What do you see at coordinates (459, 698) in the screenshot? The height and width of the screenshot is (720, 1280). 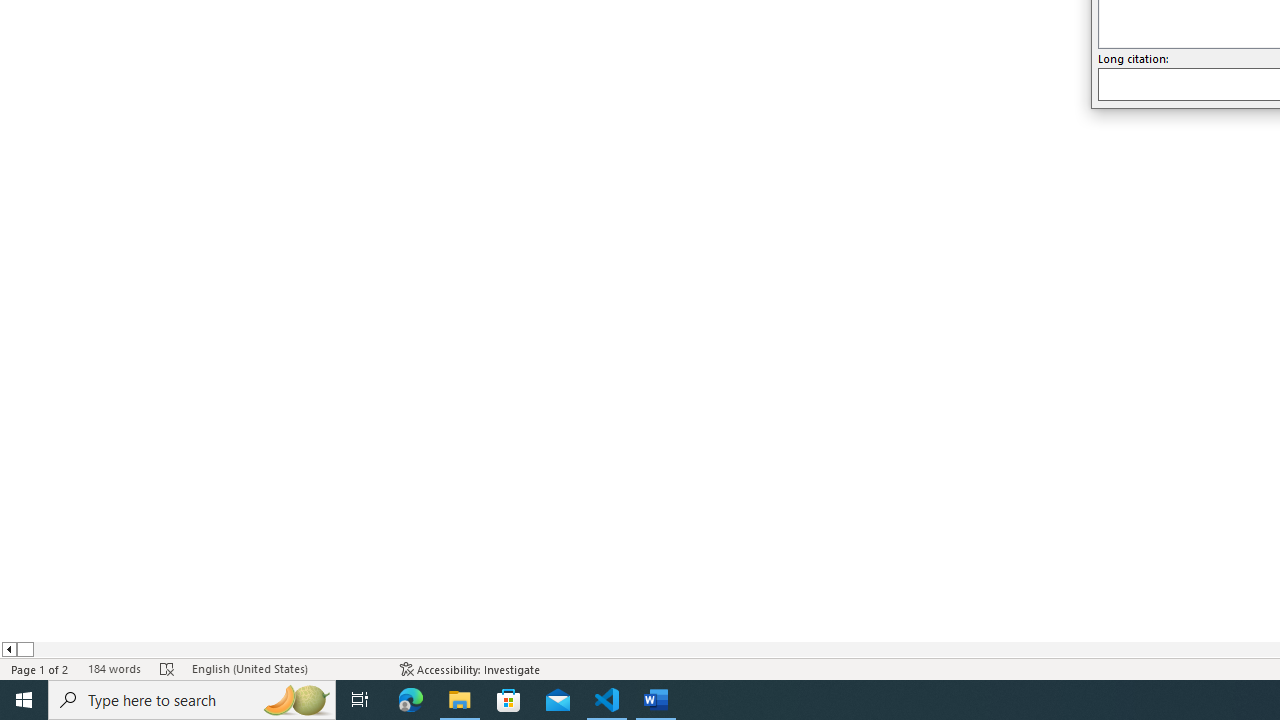 I see `'File Explorer - 1 running window'` at bounding box center [459, 698].